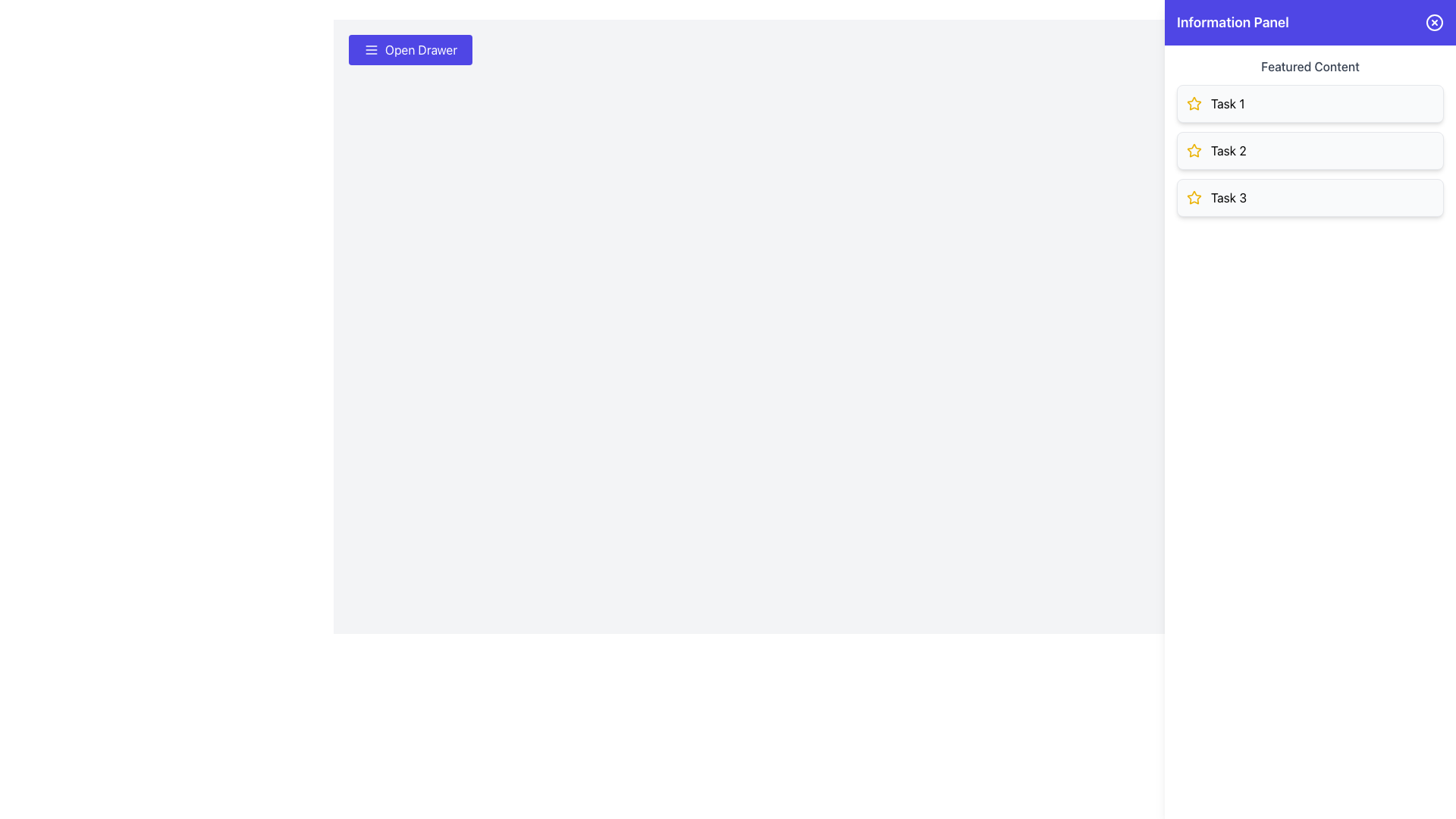 The height and width of the screenshot is (819, 1456). I want to click on the close button located at the top-right corner of the 'Information Panel', so click(1433, 23).